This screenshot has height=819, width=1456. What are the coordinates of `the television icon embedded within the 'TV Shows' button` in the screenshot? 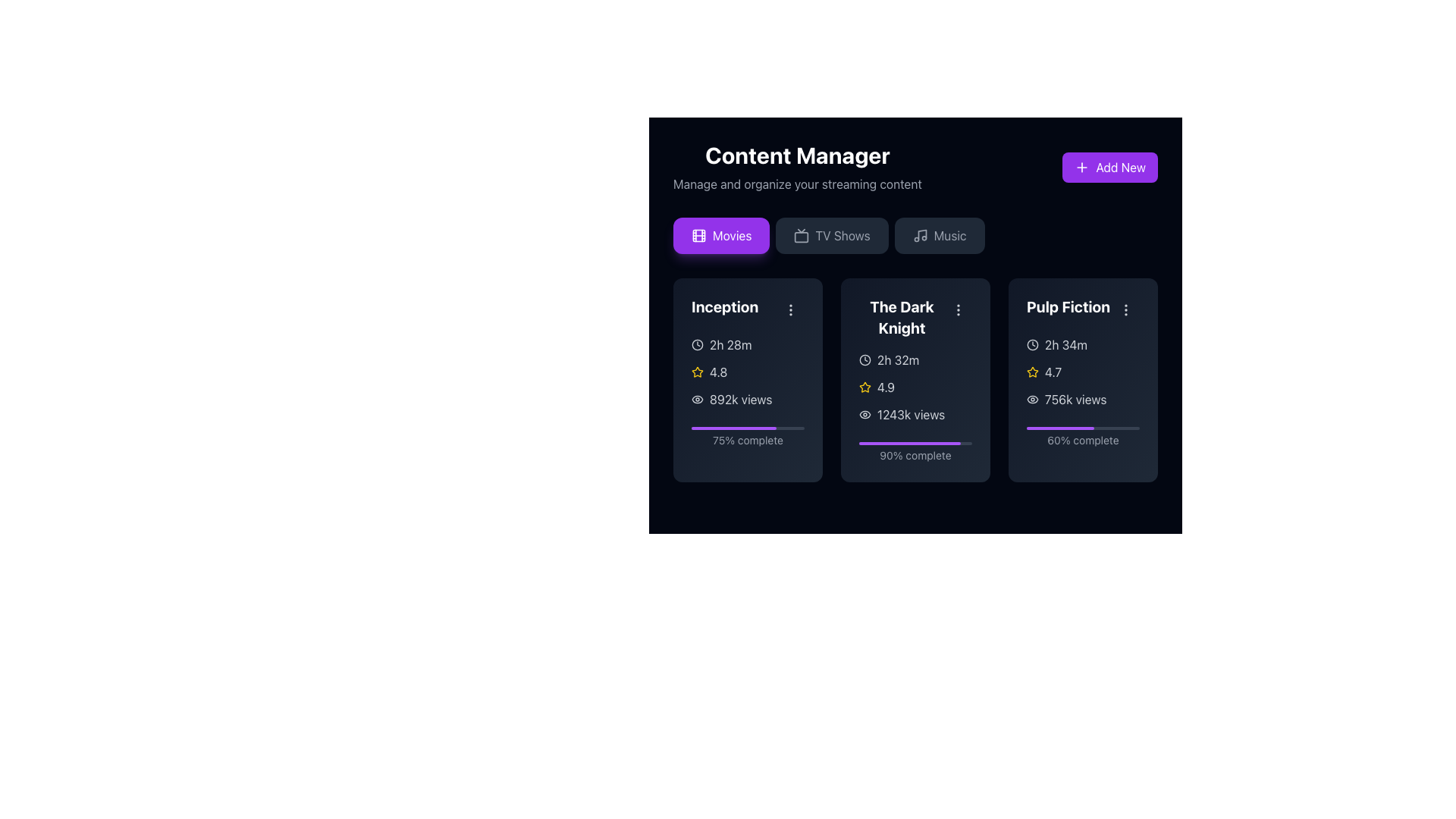 It's located at (801, 236).